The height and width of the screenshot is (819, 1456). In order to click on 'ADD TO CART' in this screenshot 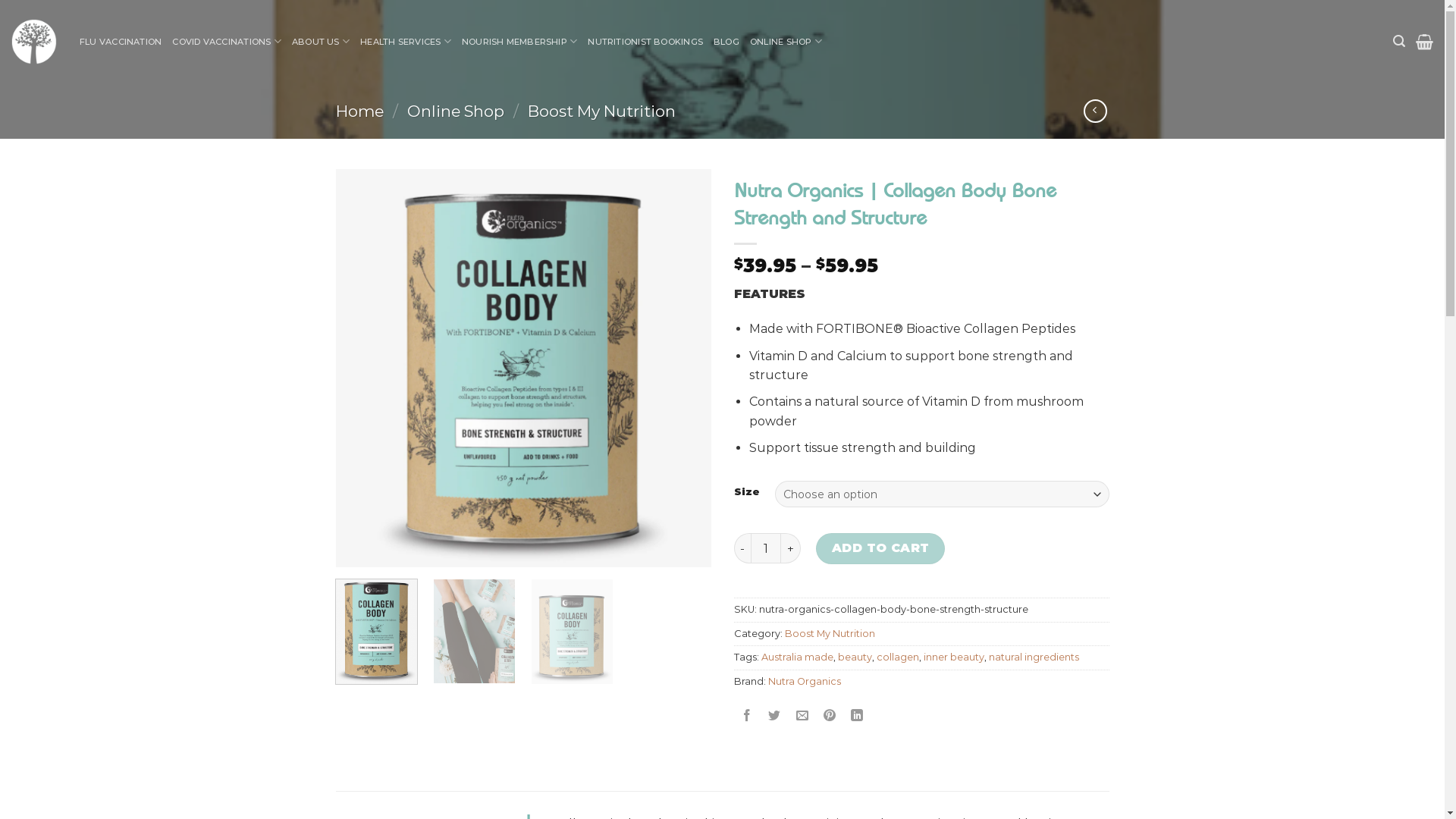, I will do `click(880, 548)`.